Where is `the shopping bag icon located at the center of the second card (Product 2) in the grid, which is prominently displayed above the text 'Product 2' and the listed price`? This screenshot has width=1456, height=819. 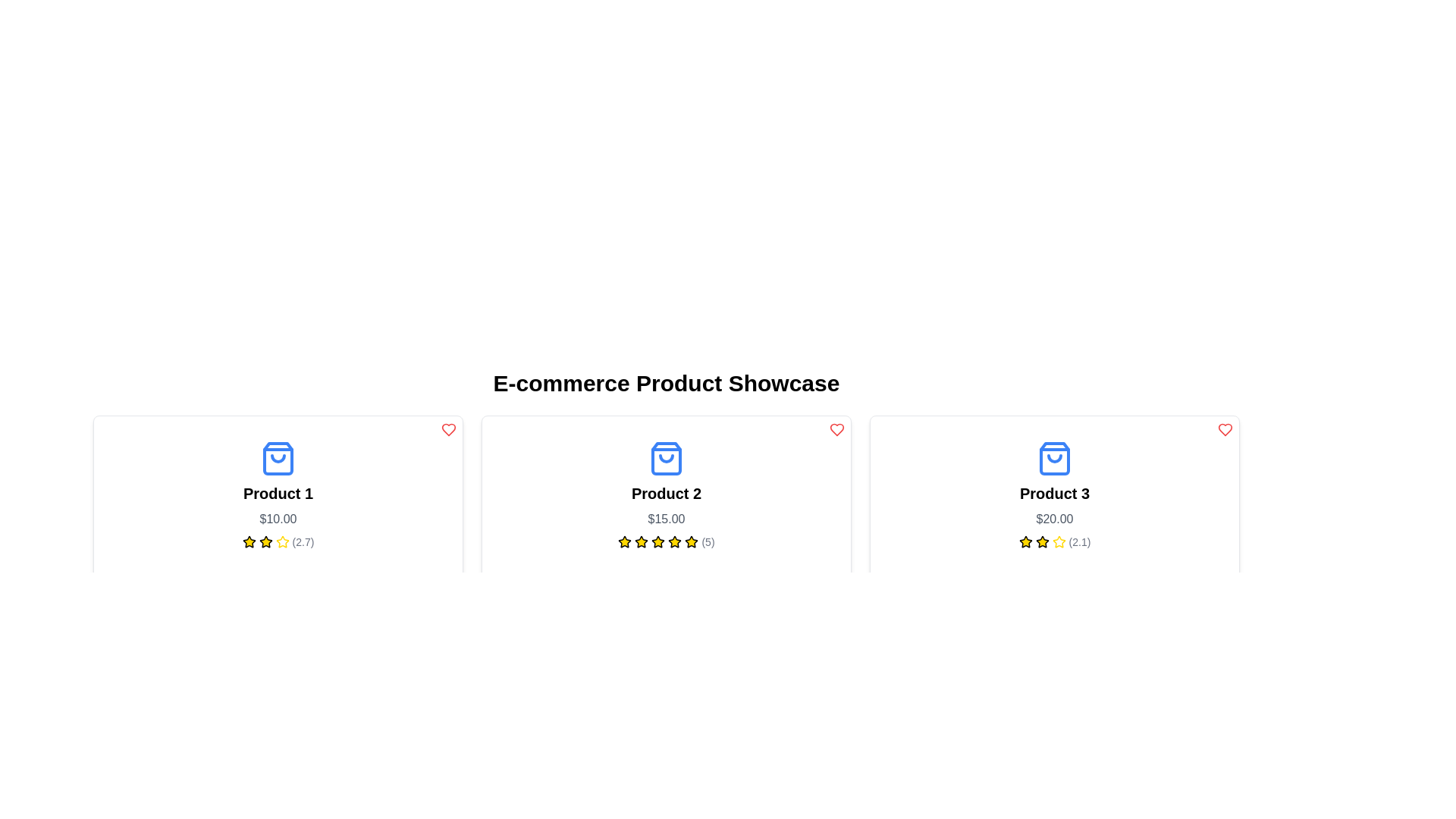
the shopping bag icon located at the center of the second card (Product 2) in the grid, which is prominently displayed above the text 'Product 2' and the listed price is located at coordinates (666, 458).